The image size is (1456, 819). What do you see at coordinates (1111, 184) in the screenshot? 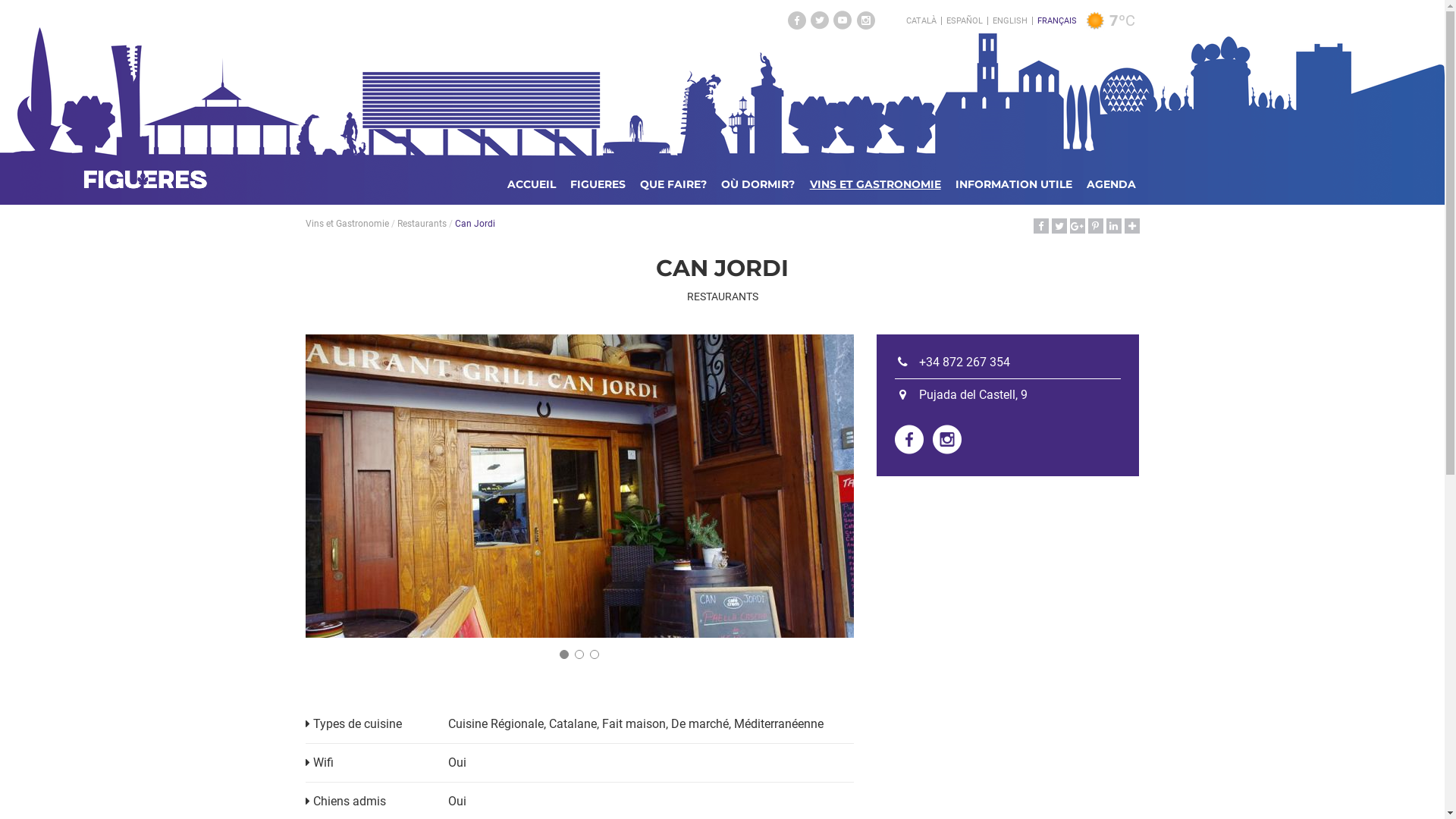
I see `'AGENDA'` at bounding box center [1111, 184].